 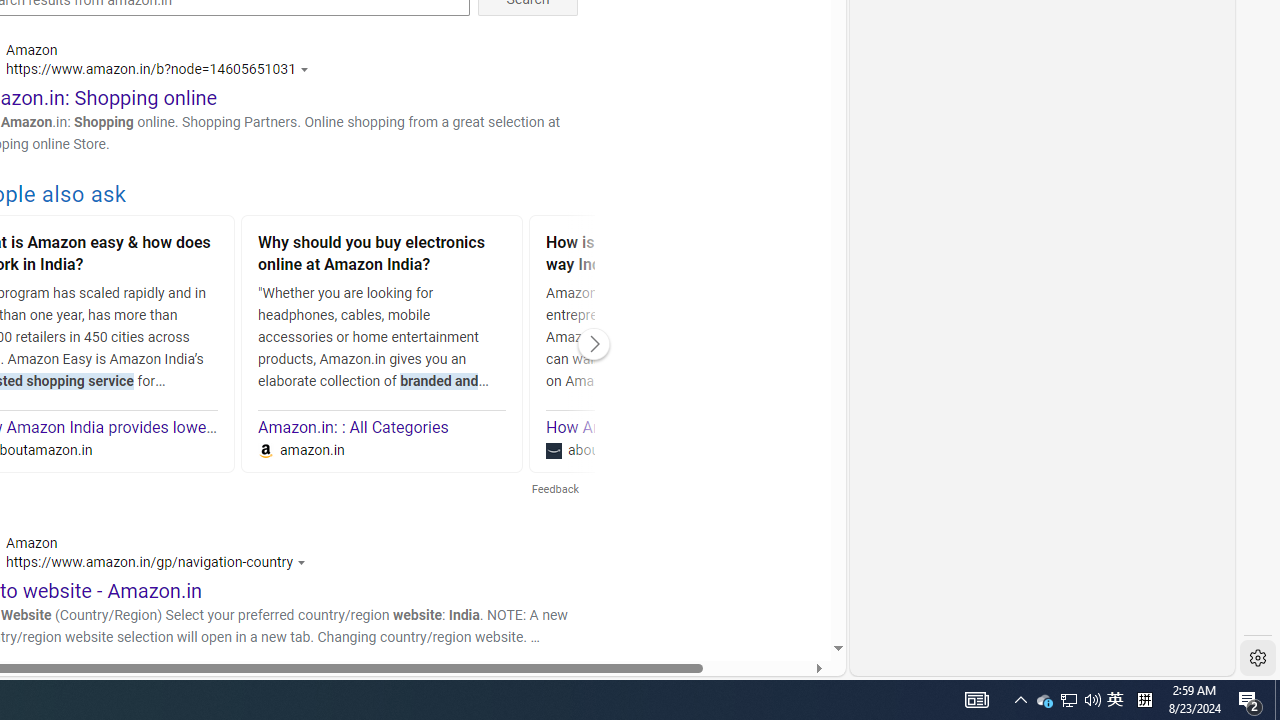 I want to click on 'Why should you buy electronics online at Amazon India?', so click(x=382, y=255).